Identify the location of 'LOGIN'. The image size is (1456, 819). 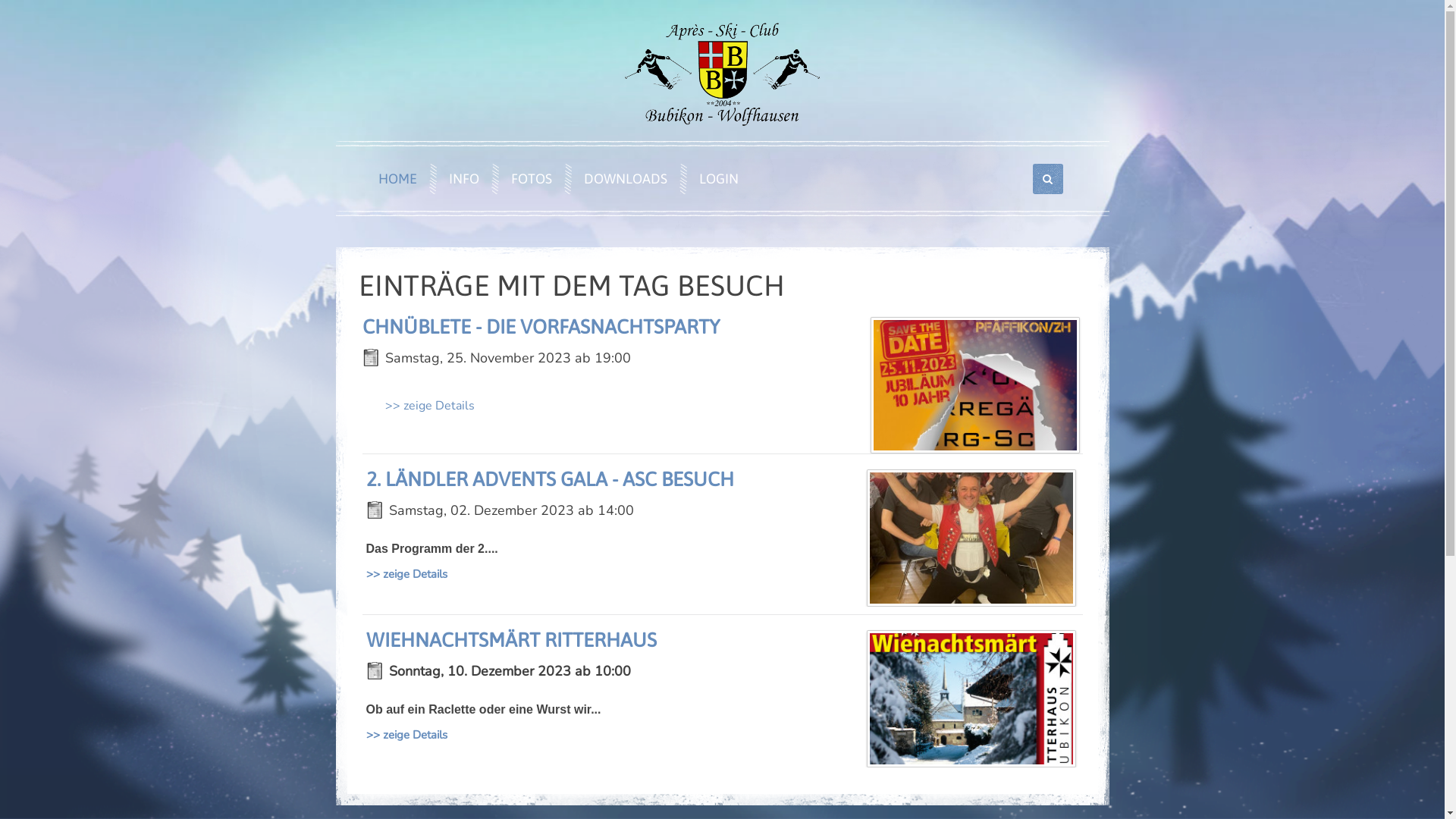
(714, 177).